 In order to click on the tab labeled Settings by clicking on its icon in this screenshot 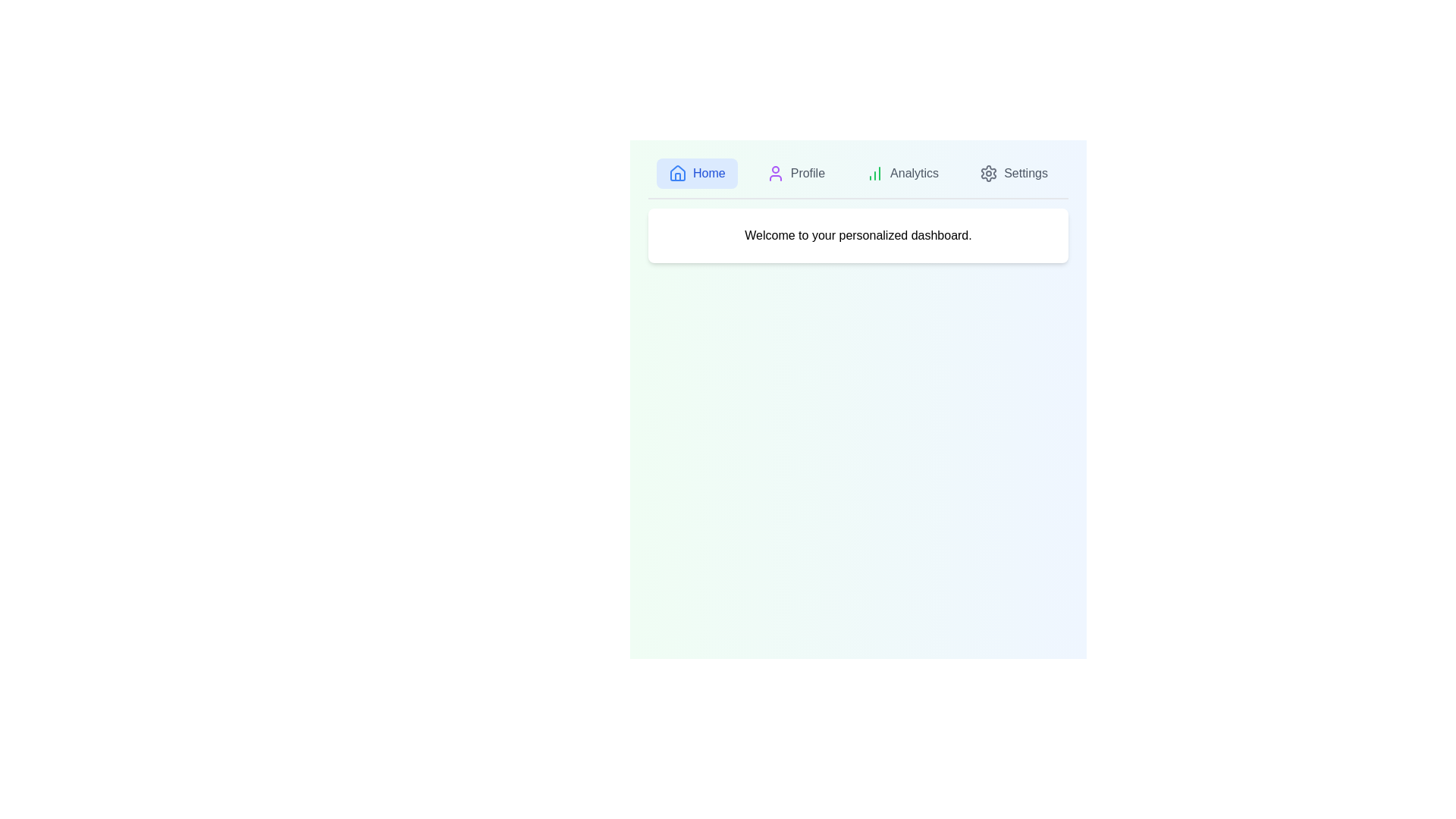, I will do `click(1014, 172)`.